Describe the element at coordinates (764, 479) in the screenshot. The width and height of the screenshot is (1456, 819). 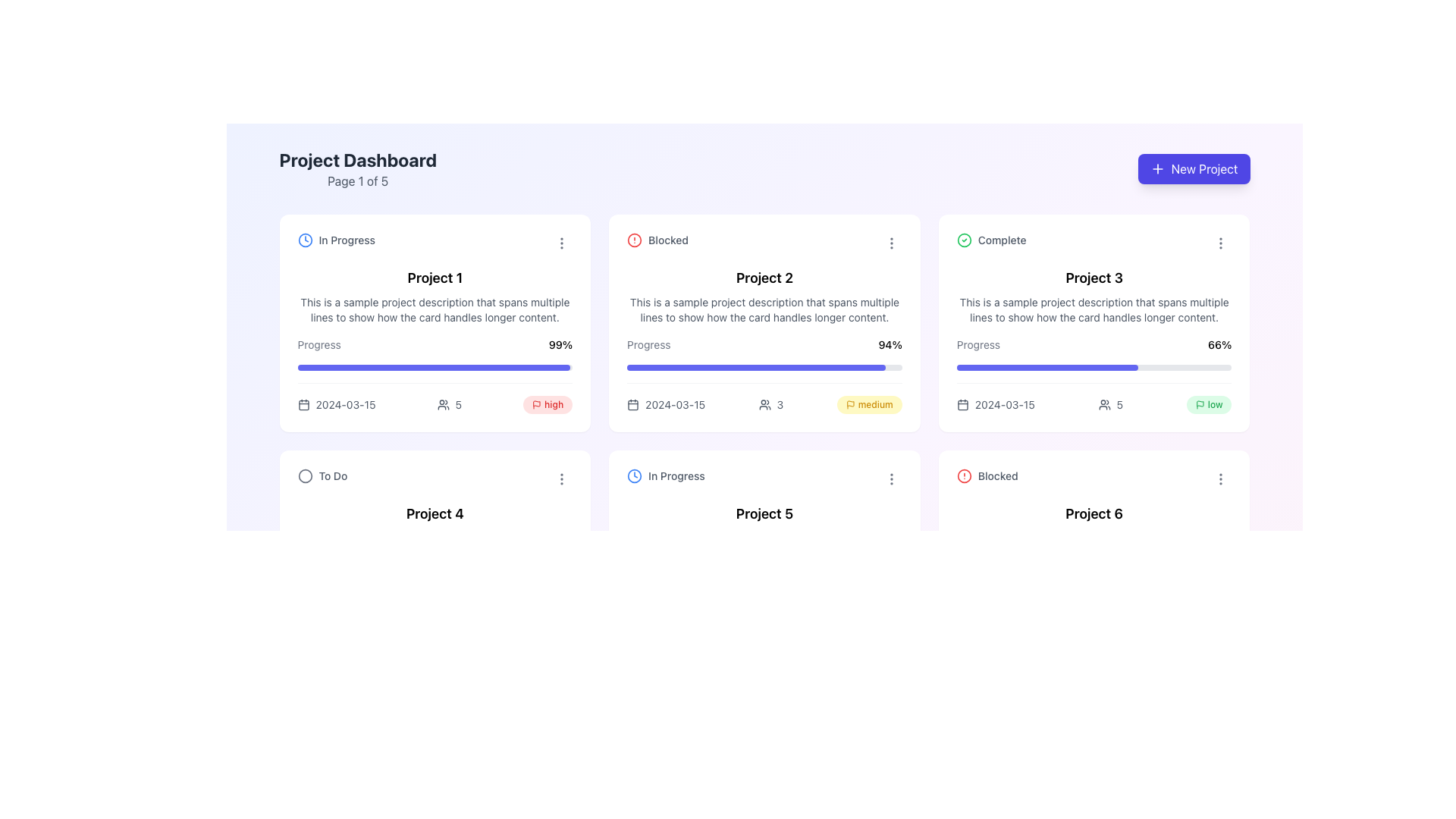
I see `the status indicator for 'Project 5'` at that location.